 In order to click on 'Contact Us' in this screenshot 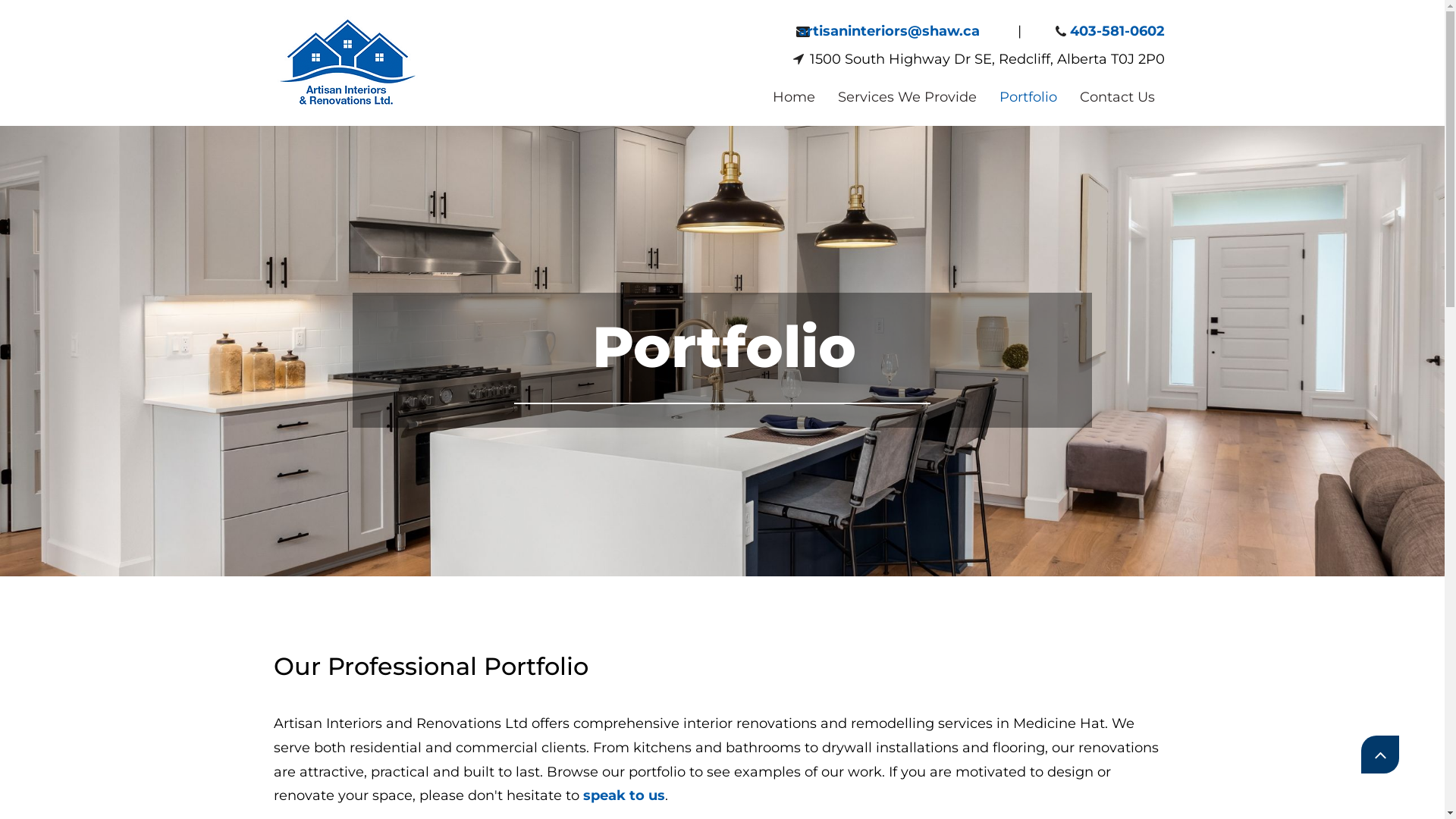, I will do `click(1117, 97)`.